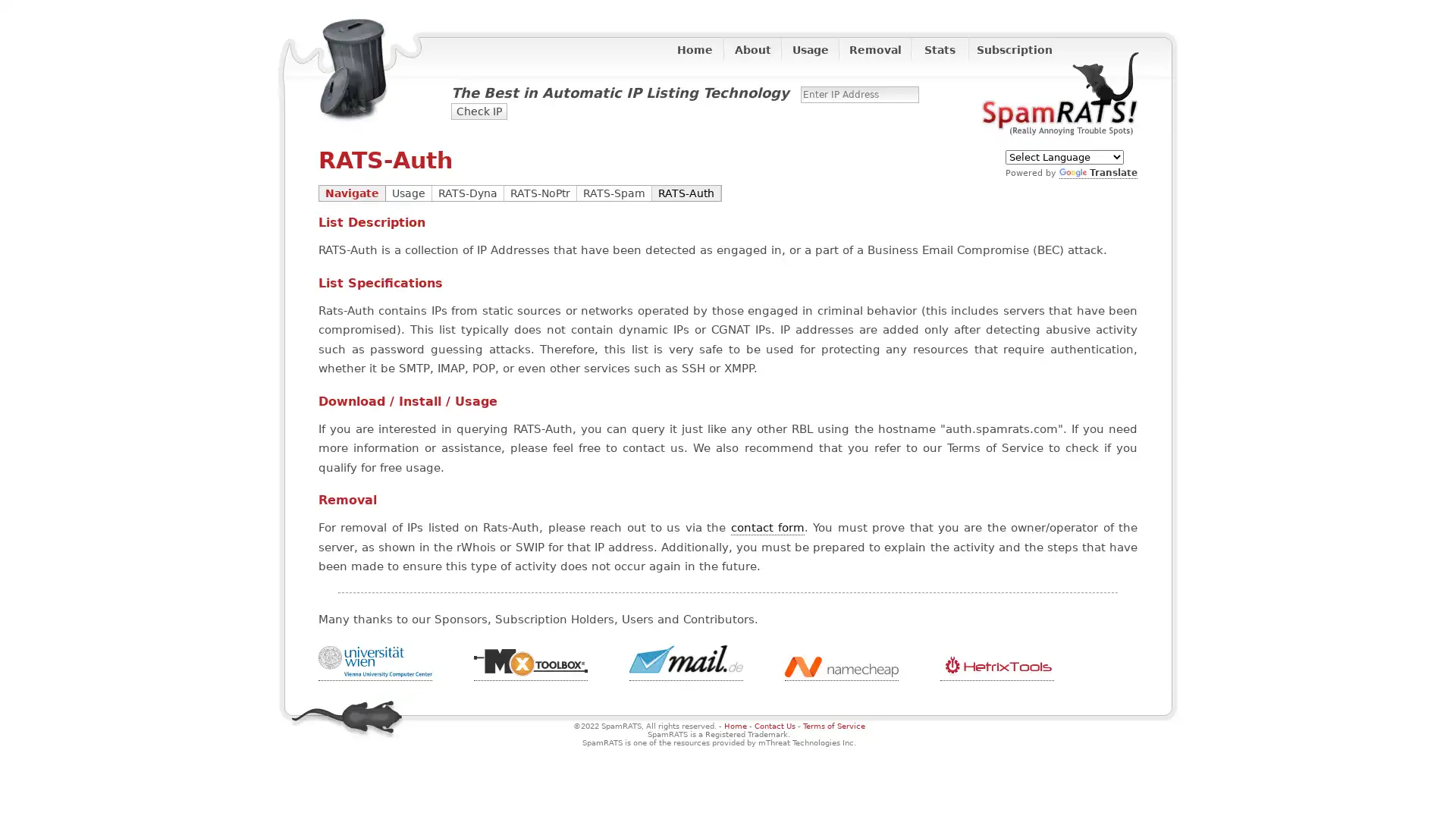 The image size is (1456, 819). I want to click on Check IP, so click(479, 110).